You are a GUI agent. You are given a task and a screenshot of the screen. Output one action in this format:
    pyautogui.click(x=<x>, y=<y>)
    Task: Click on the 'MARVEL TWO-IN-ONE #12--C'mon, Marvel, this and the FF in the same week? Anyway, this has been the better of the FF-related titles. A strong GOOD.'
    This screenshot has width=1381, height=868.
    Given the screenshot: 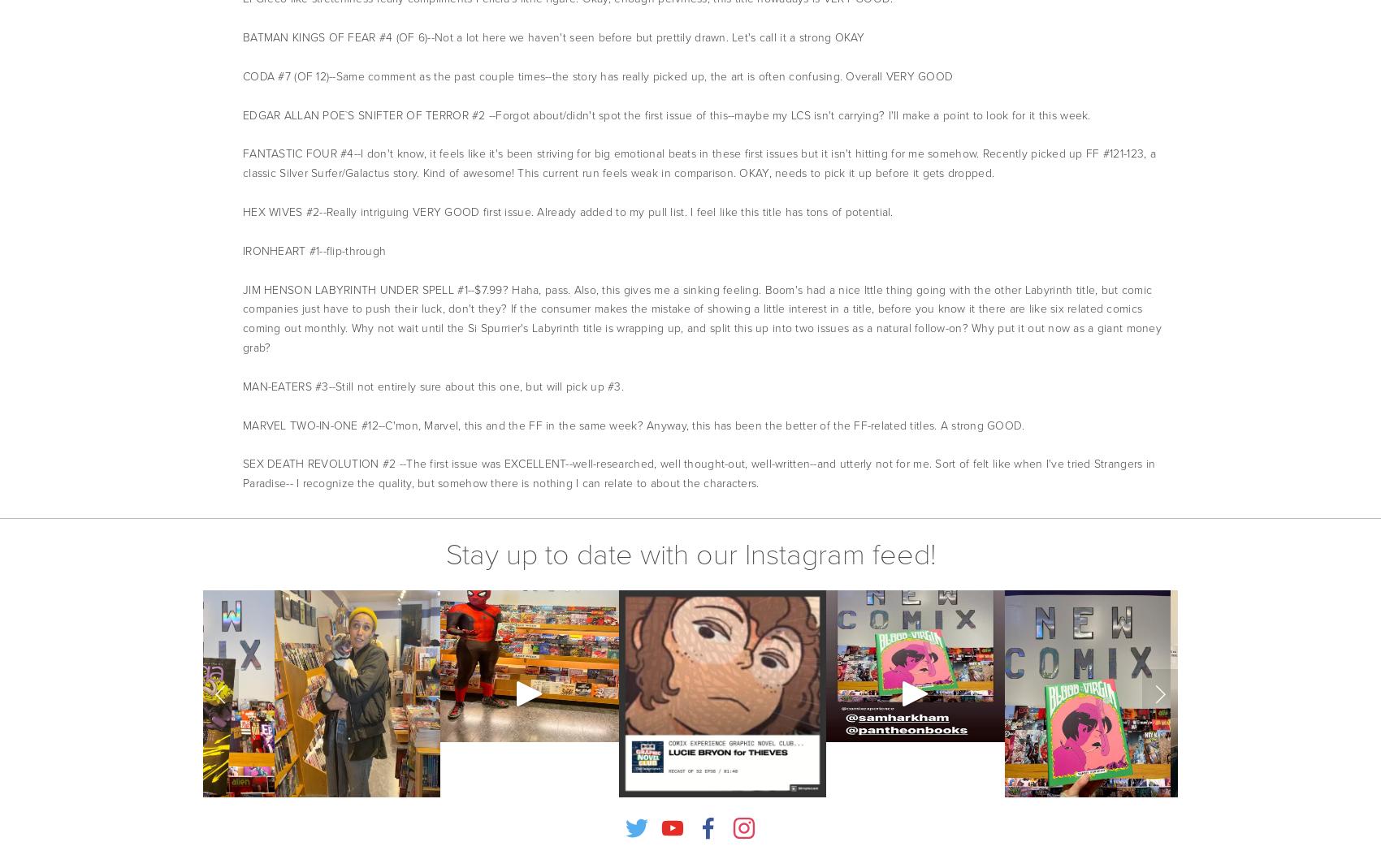 What is the action you would take?
    pyautogui.click(x=632, y=424)
    